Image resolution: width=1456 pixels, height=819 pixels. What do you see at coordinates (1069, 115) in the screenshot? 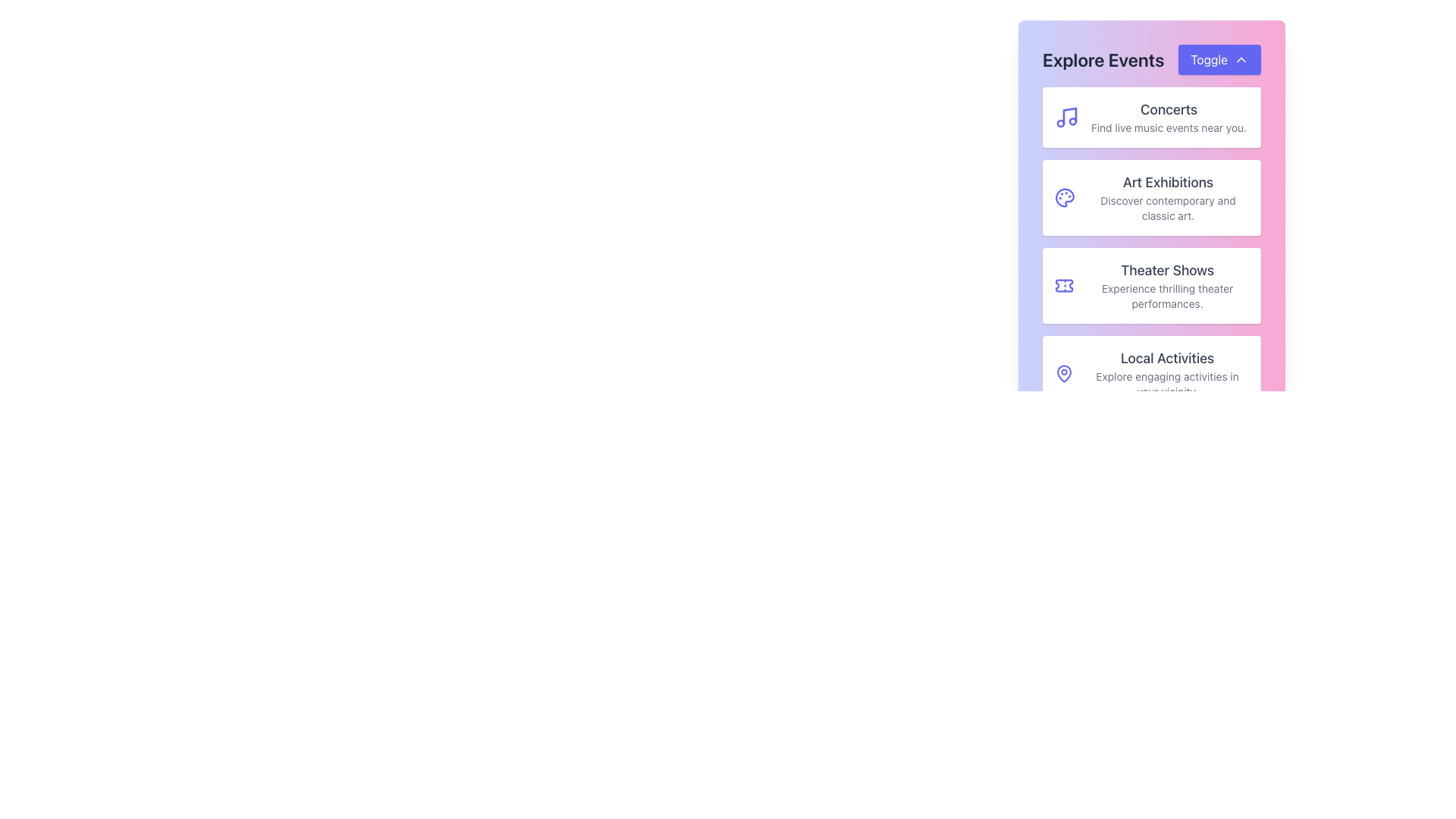
I see `the vertical bar of the music note icon, which is the first icon listed under the 'Concerts' section of the interface menu` at bounding box center [1069, 115].